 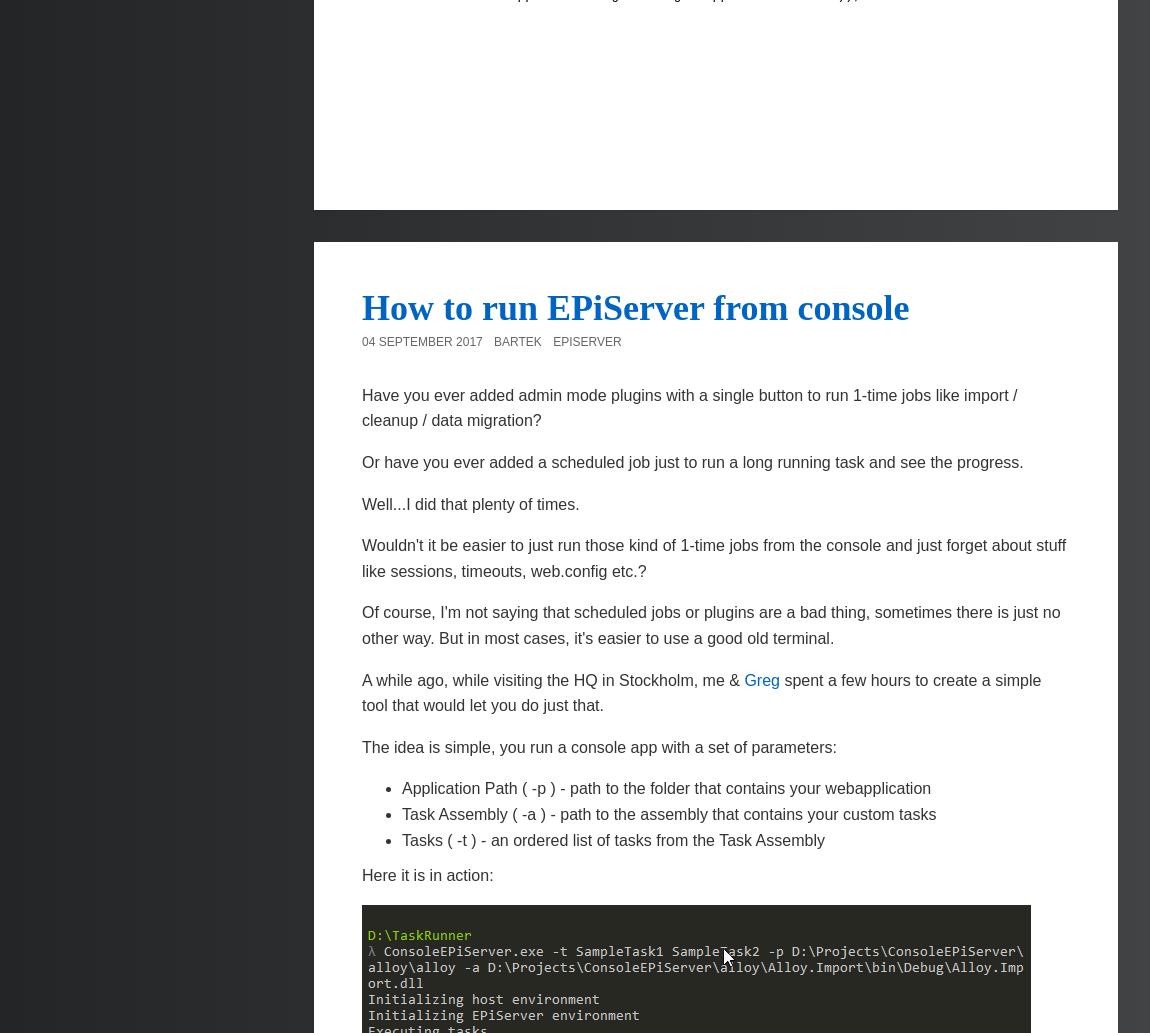 I want to click on 'How to run EPiServer from console', so click(x=634, y=306).